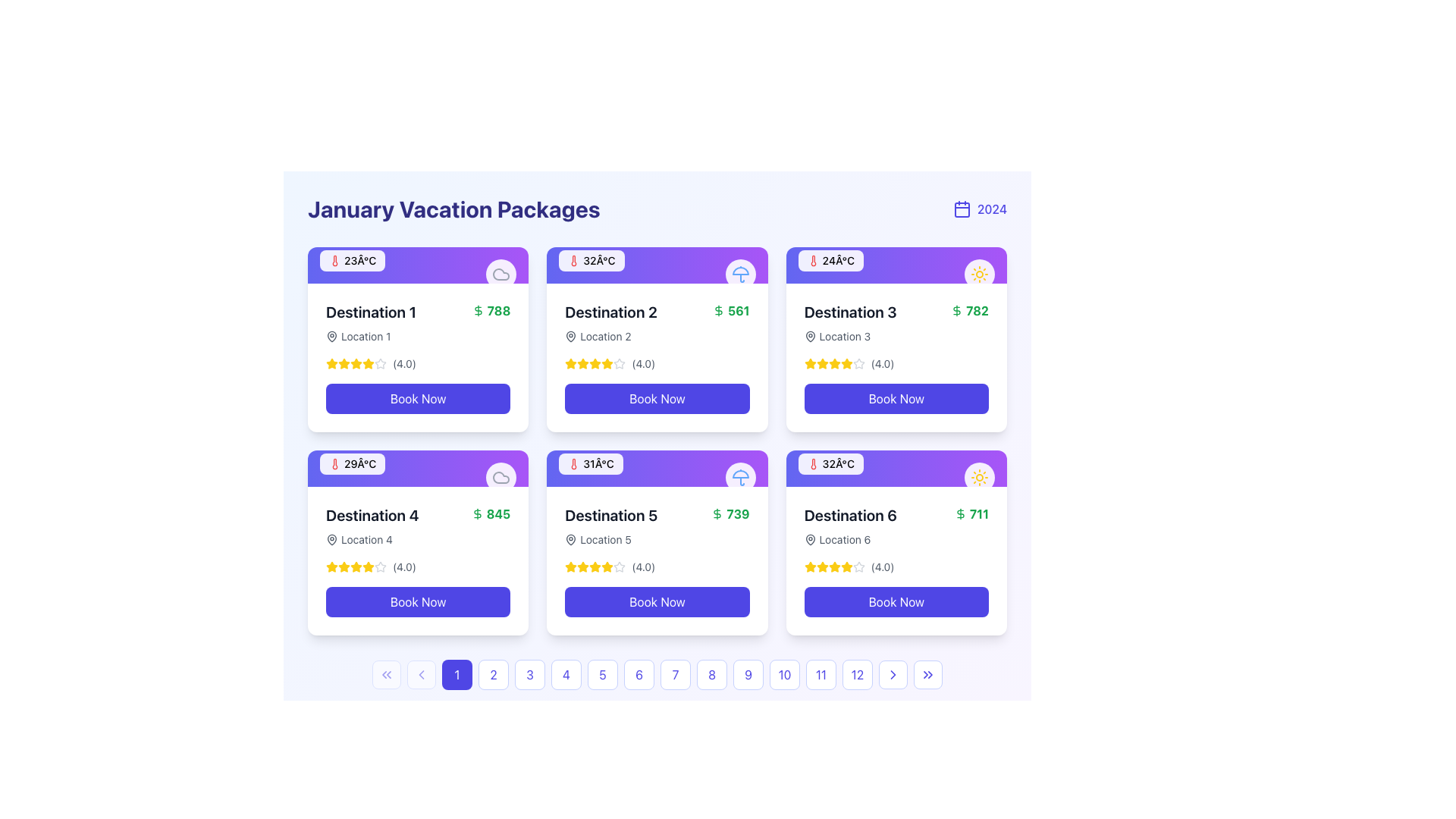 Image resolution: width=1456 pixels, height=819 pixels. What do you see at coordinates (368, 567) in the screenshot?
I see `the fifth star icon in the rating area for 'Destination 4', which serves as a visual indicator for the rating` at bounding box center [368, 567].